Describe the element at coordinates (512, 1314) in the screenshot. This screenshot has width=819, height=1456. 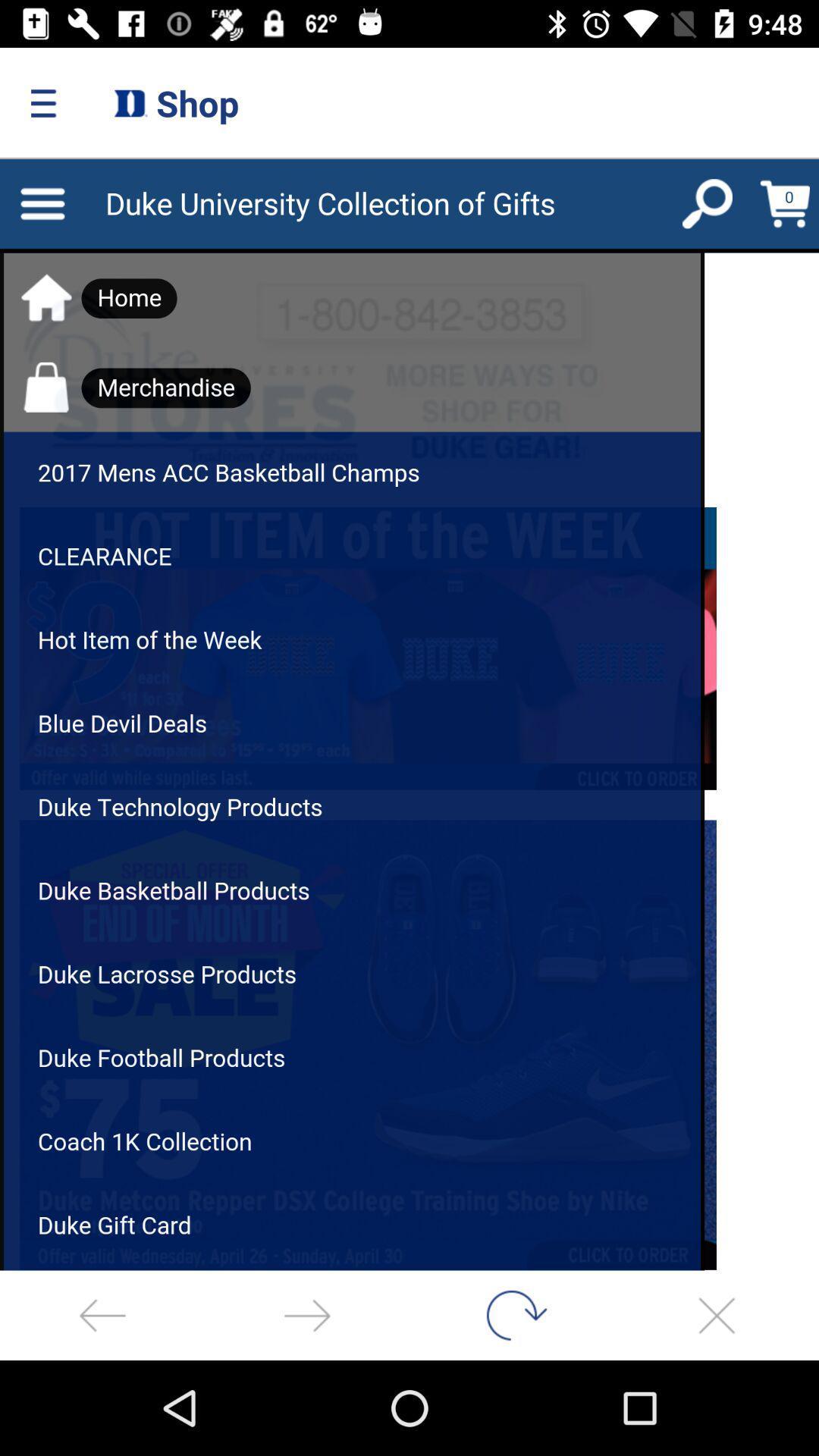
I see `reload the page` at that location.